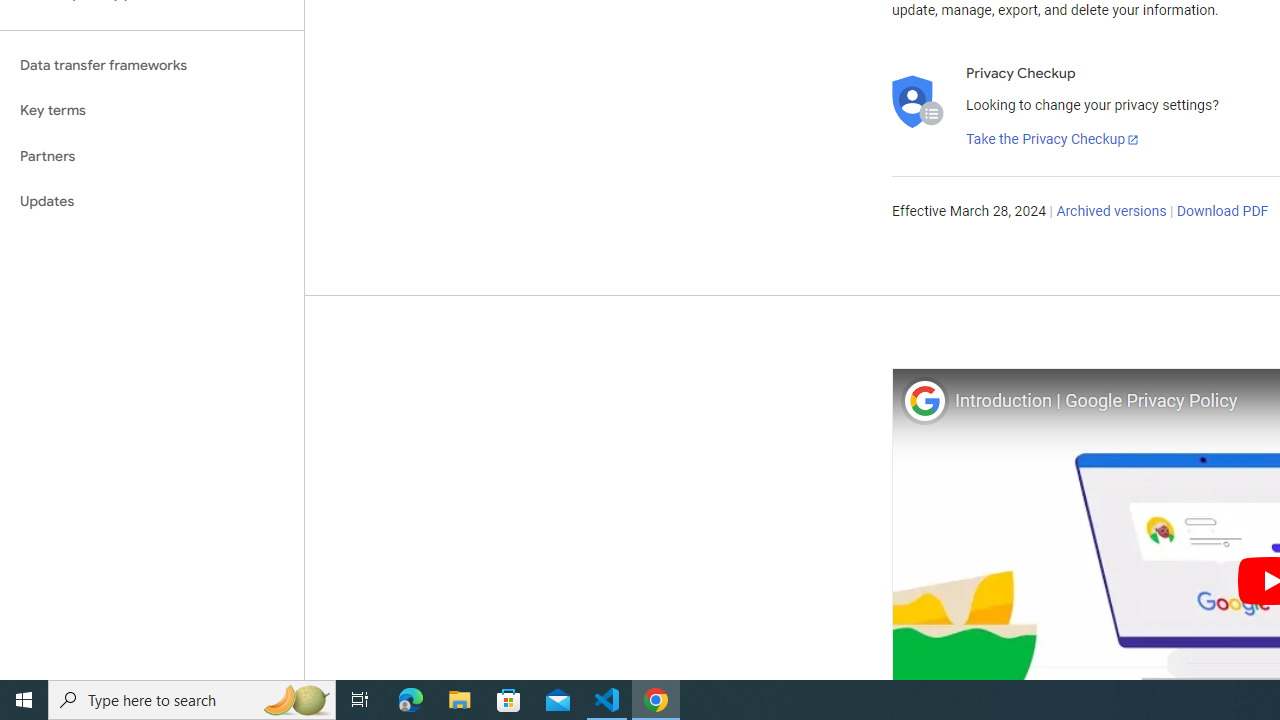 This screenshot has width=1280, height=720. I want to click on 'Photo image of Google', so click(923, 400).